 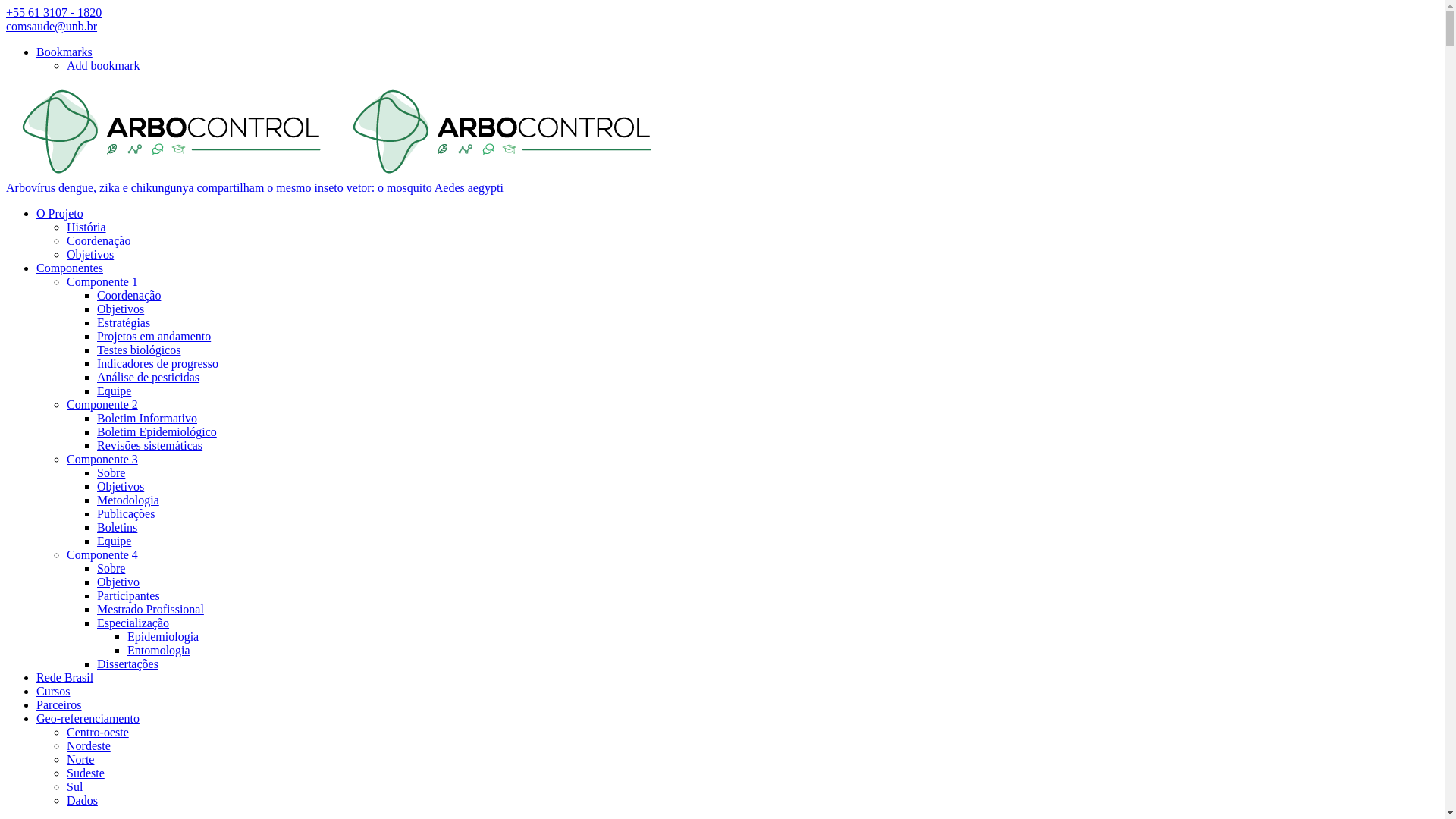 What do you see at coordinates (64, 51) in the screenshot?
I see `'Bookmarks'` at bounding box center [64, 51].